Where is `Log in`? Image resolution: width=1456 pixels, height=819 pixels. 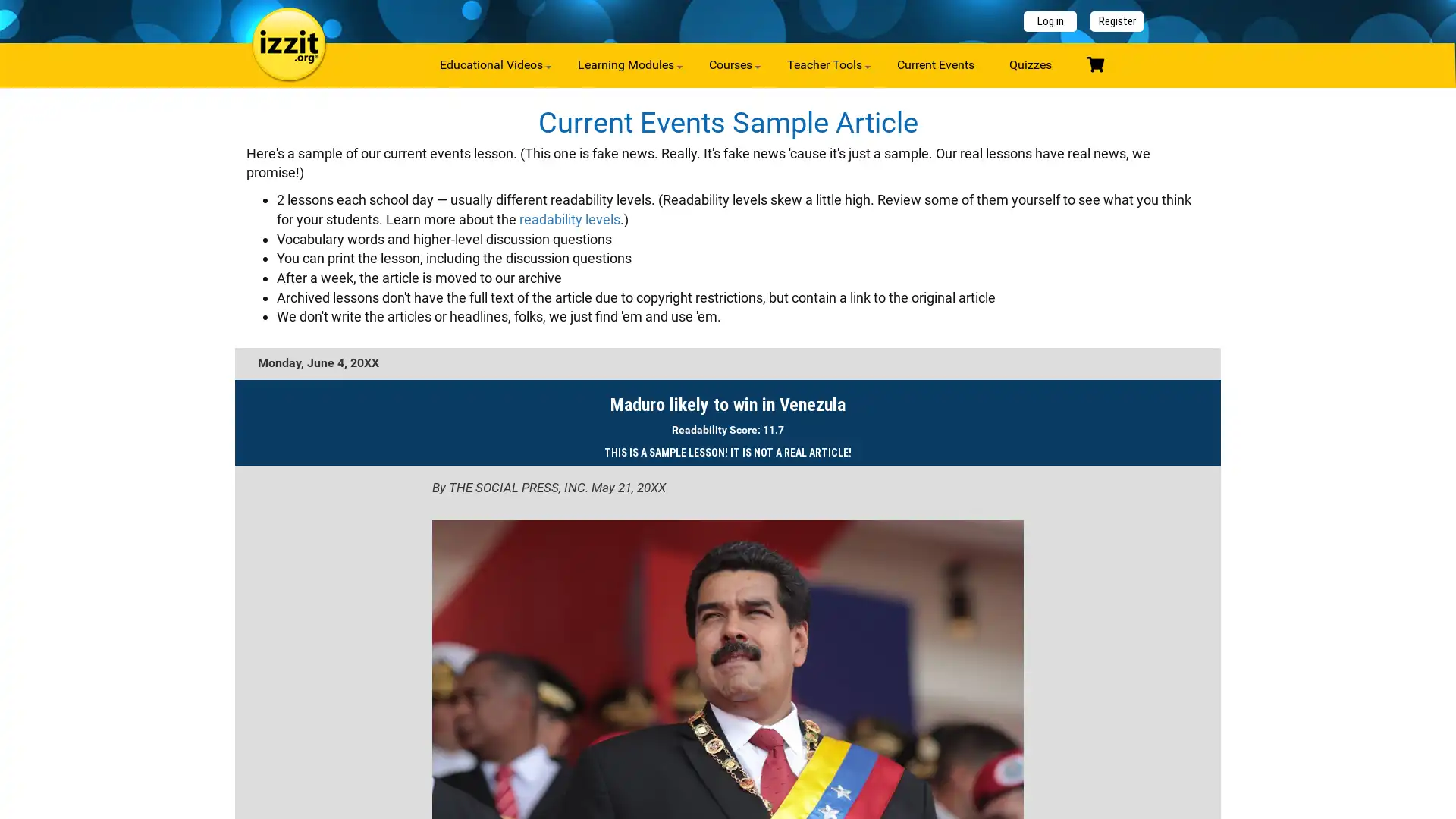 Log in is located at coordinates (1050, 21).